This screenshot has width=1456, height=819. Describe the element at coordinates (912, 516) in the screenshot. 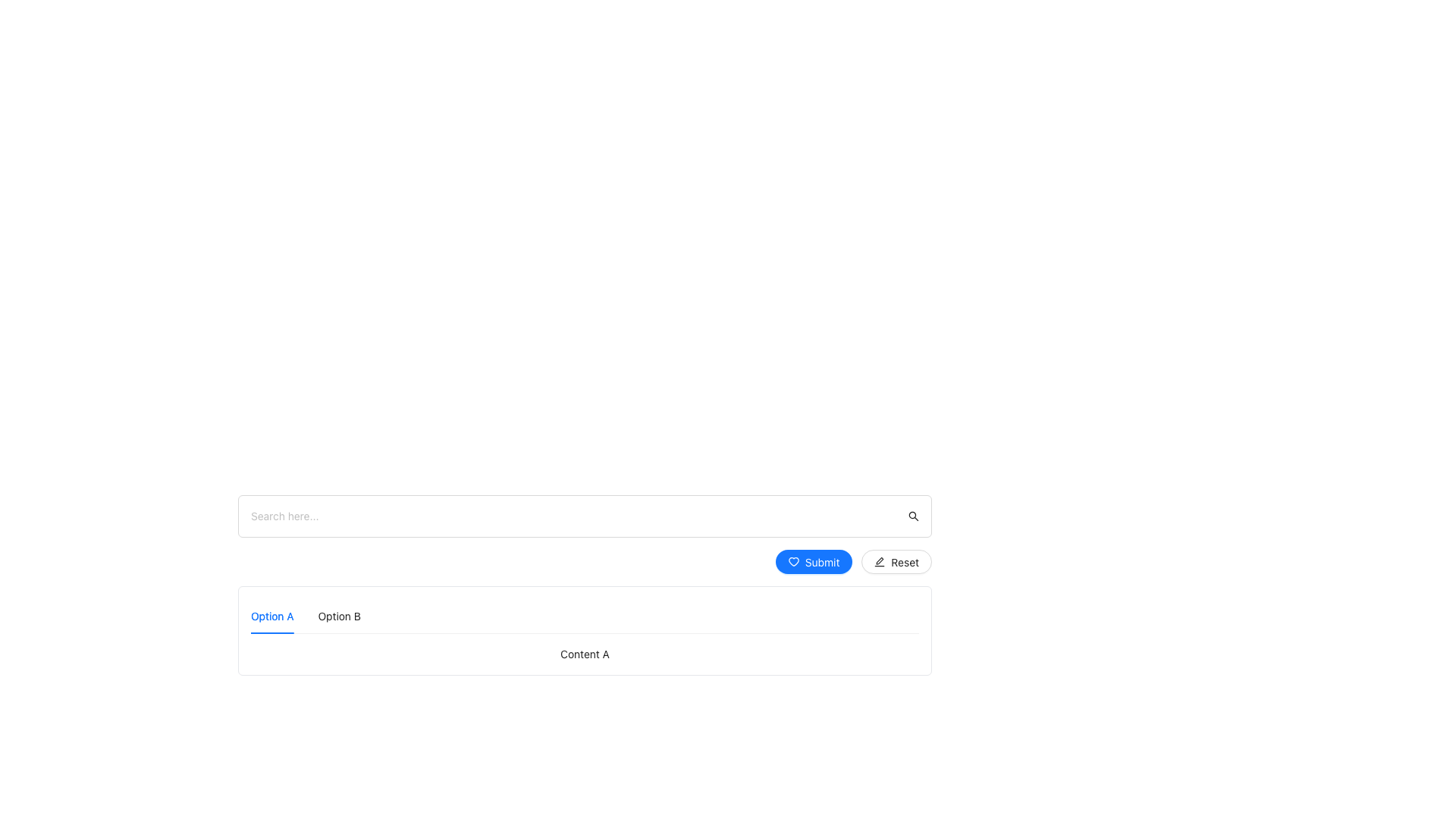

I see `the search icon located at the right edge of the search input bar` at that location.